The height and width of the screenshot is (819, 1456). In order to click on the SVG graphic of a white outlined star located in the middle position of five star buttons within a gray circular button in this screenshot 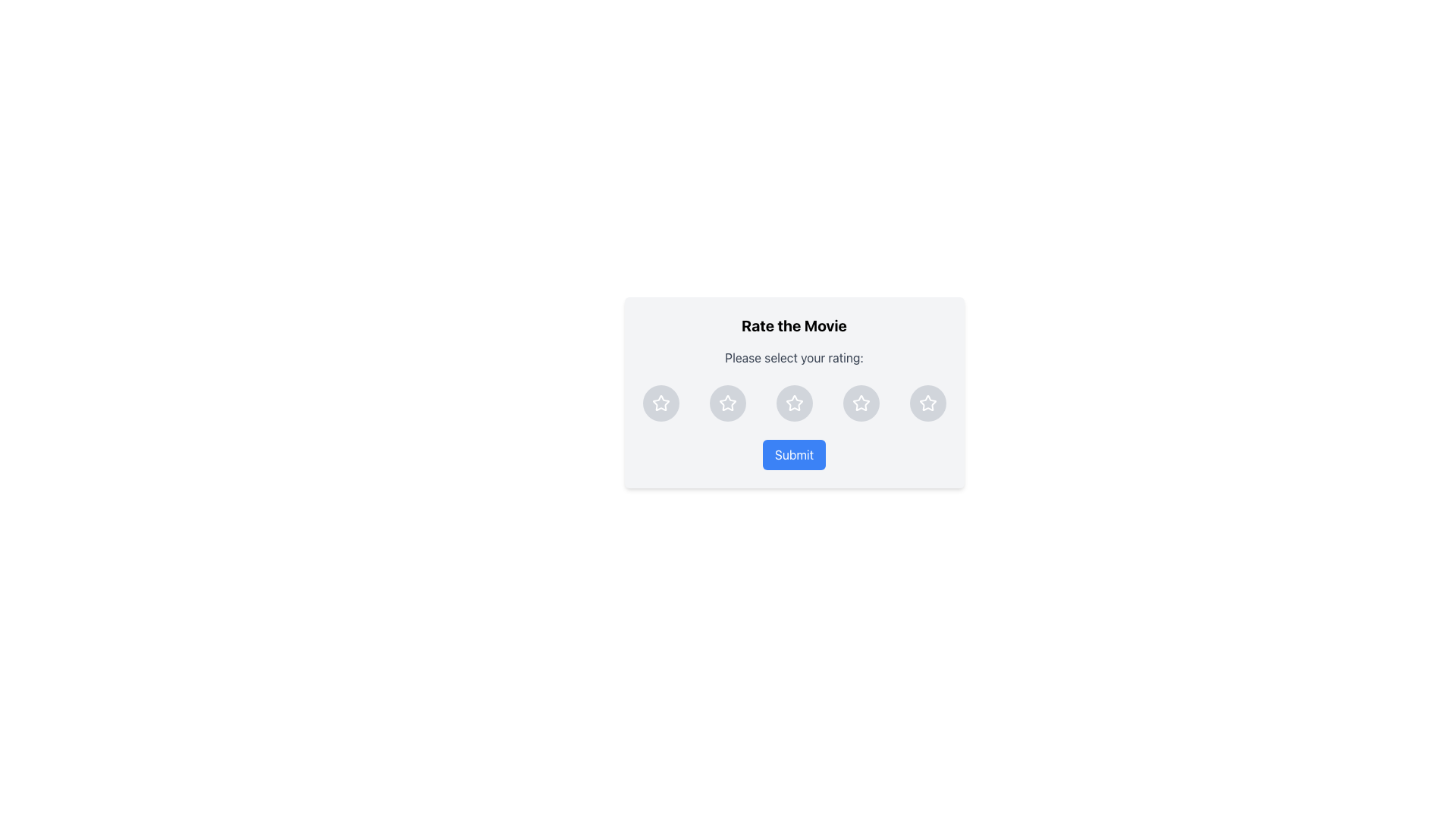, I will do `click(793, 403)`.